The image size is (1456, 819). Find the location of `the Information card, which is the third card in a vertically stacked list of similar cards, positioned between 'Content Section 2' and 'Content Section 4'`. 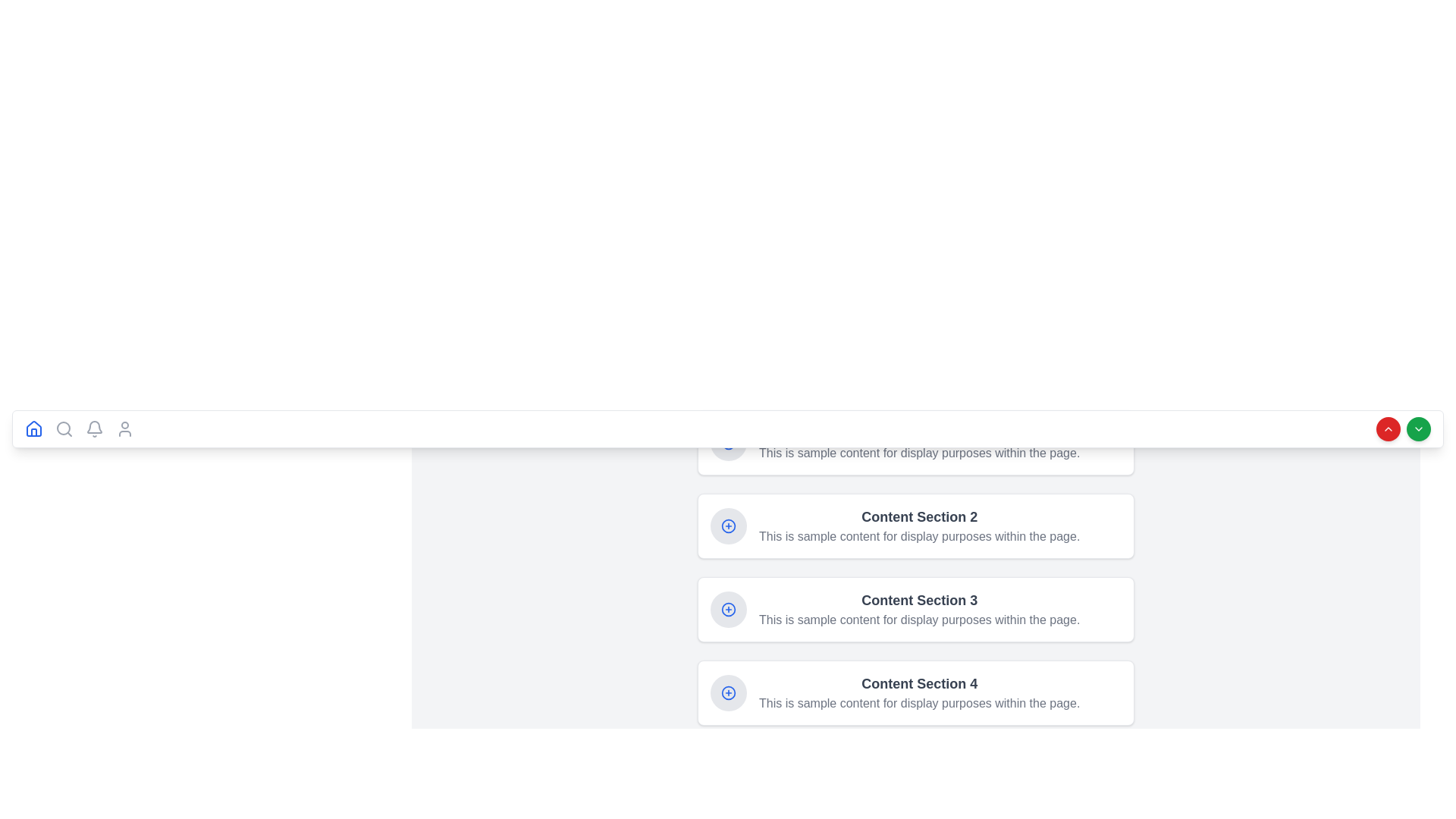

the Information card, which is the third card in a vertically stacked list of similar cards, positioned between 'Content Section 2' and 'Content Section 4' is located at coordinates (915, 608).